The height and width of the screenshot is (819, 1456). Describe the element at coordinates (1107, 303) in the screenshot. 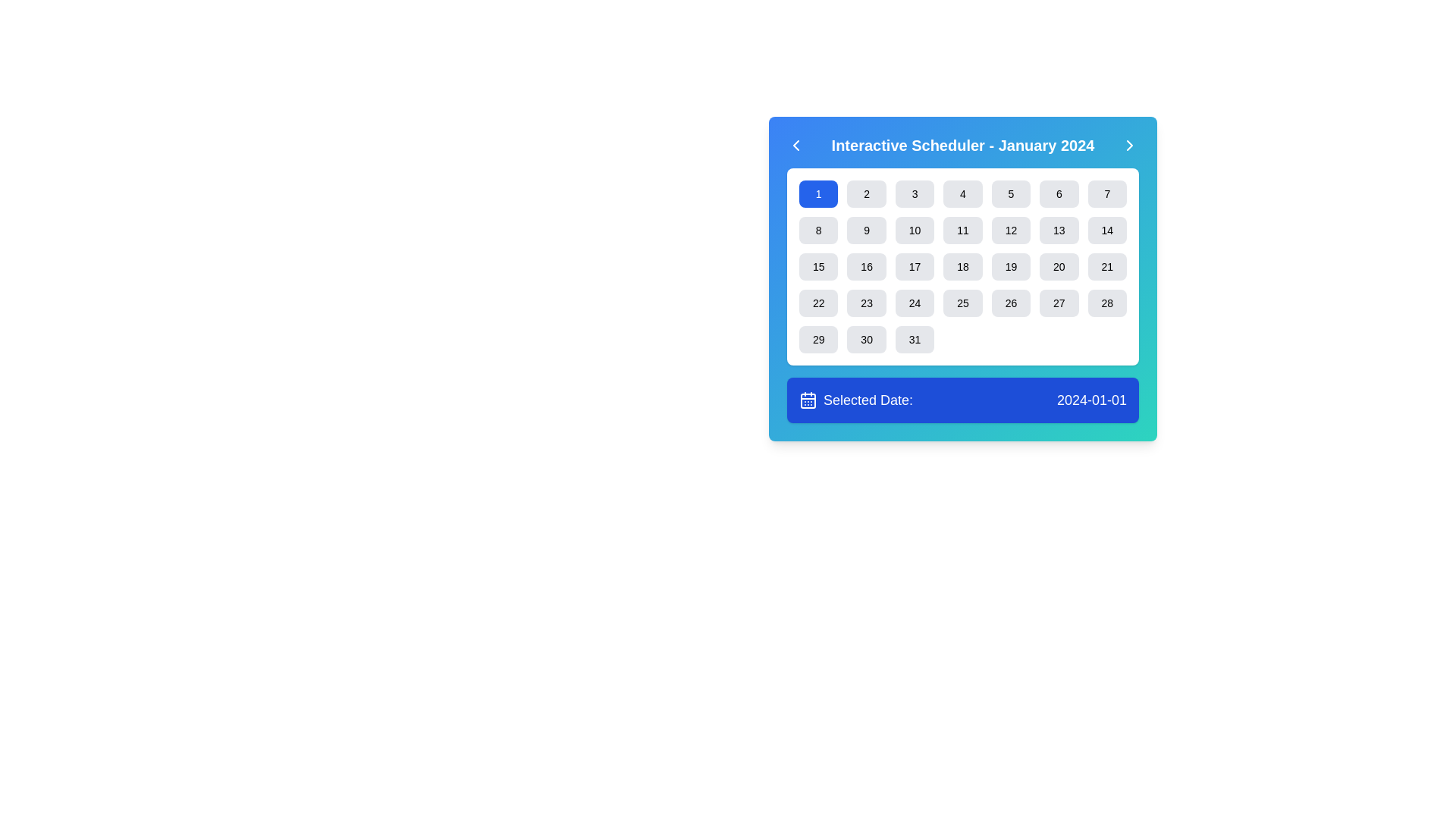

I see `the calendar day selector button for the date '28' to activate hover effects` at that location.